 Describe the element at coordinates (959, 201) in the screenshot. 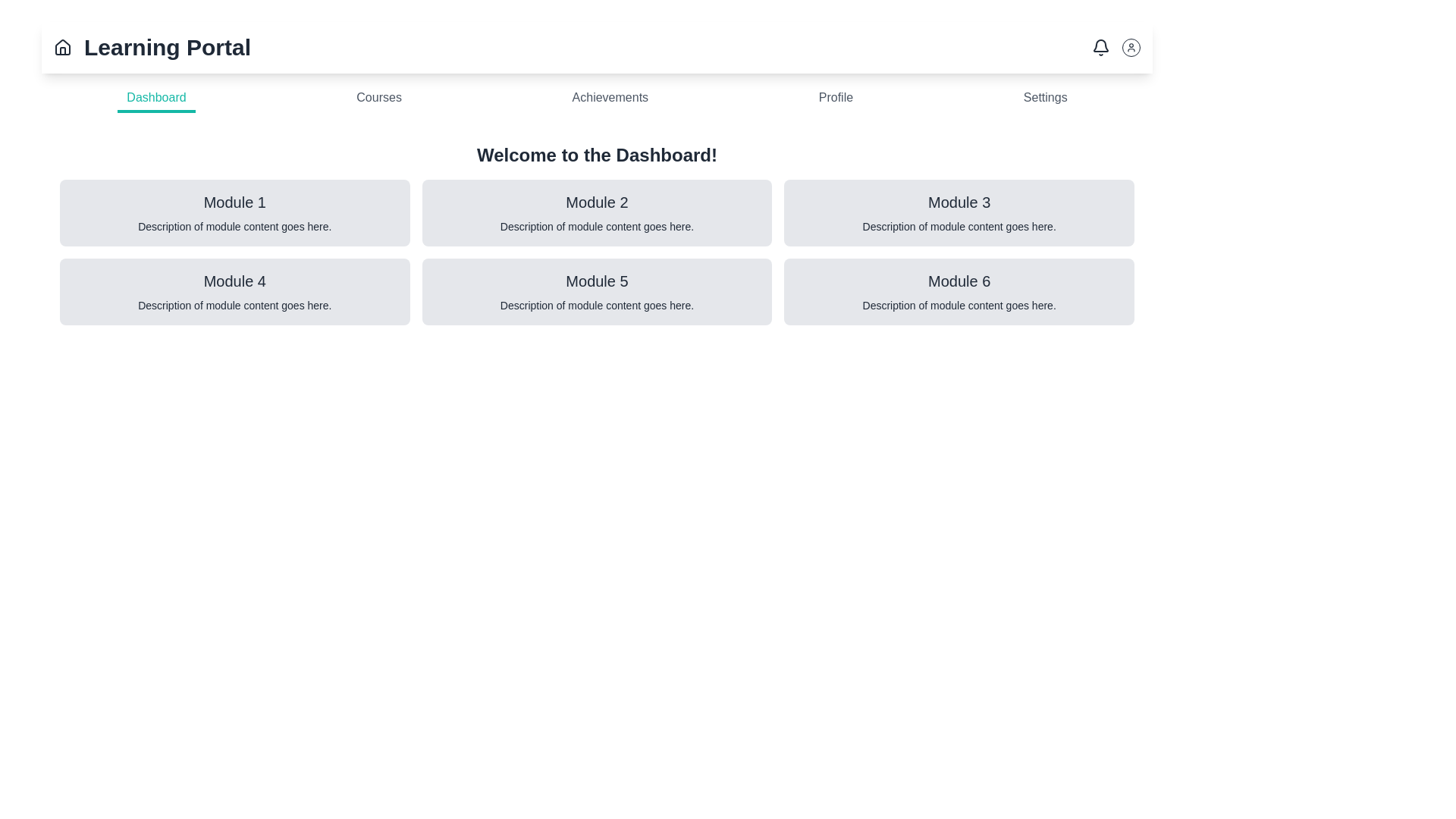

I see `text label displaying 'Module 3' which is styled in a large bold font on a light gray background, located at the center-top of its card` at that location.